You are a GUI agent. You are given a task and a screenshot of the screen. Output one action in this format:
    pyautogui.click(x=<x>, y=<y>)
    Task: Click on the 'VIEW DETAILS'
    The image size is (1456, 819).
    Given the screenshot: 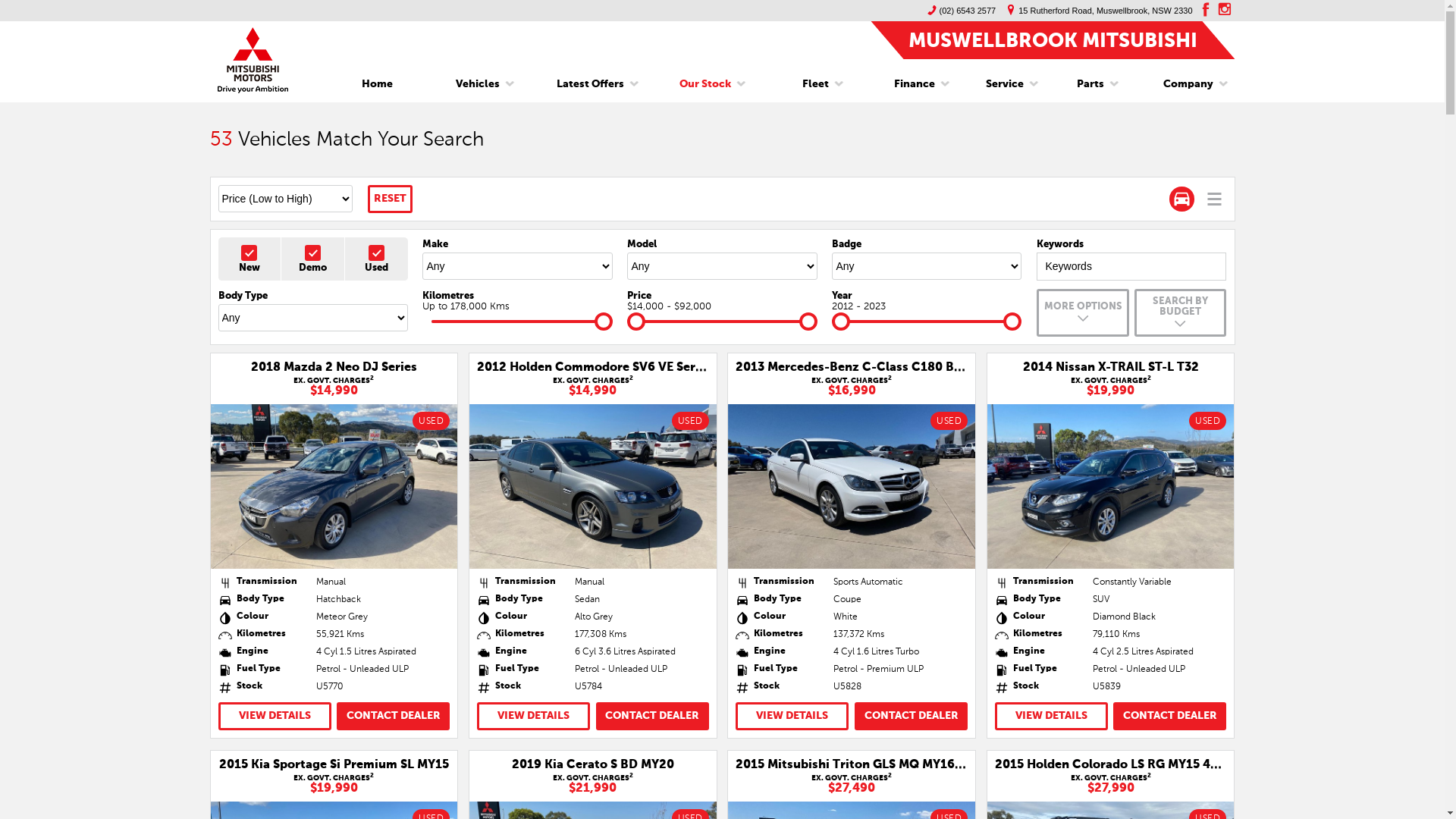 What is the action you would take?
    pyautogui.click(x=275, y=716)
    